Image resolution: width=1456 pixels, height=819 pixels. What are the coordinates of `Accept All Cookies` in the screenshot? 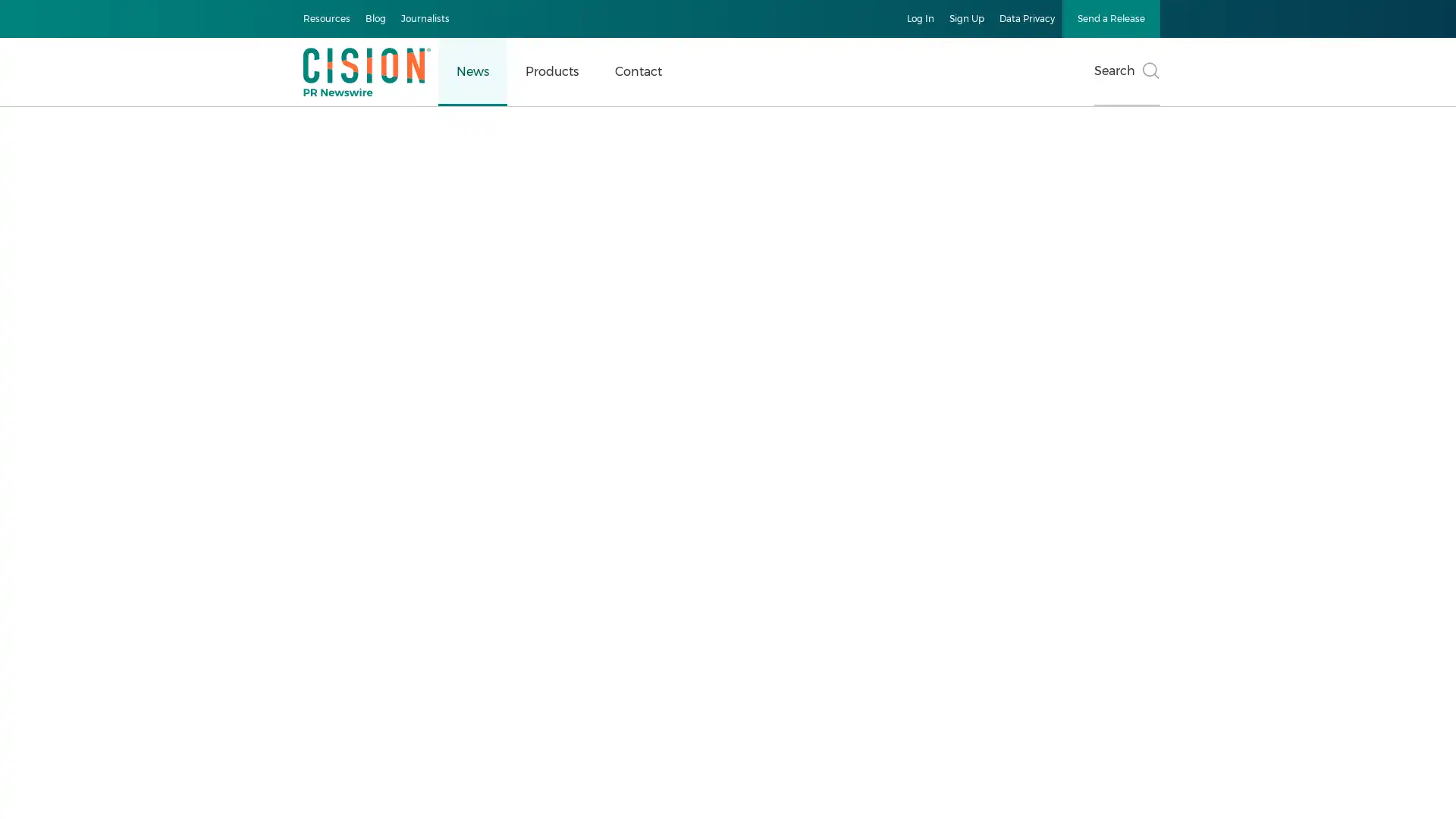 It's located at (786, 192).